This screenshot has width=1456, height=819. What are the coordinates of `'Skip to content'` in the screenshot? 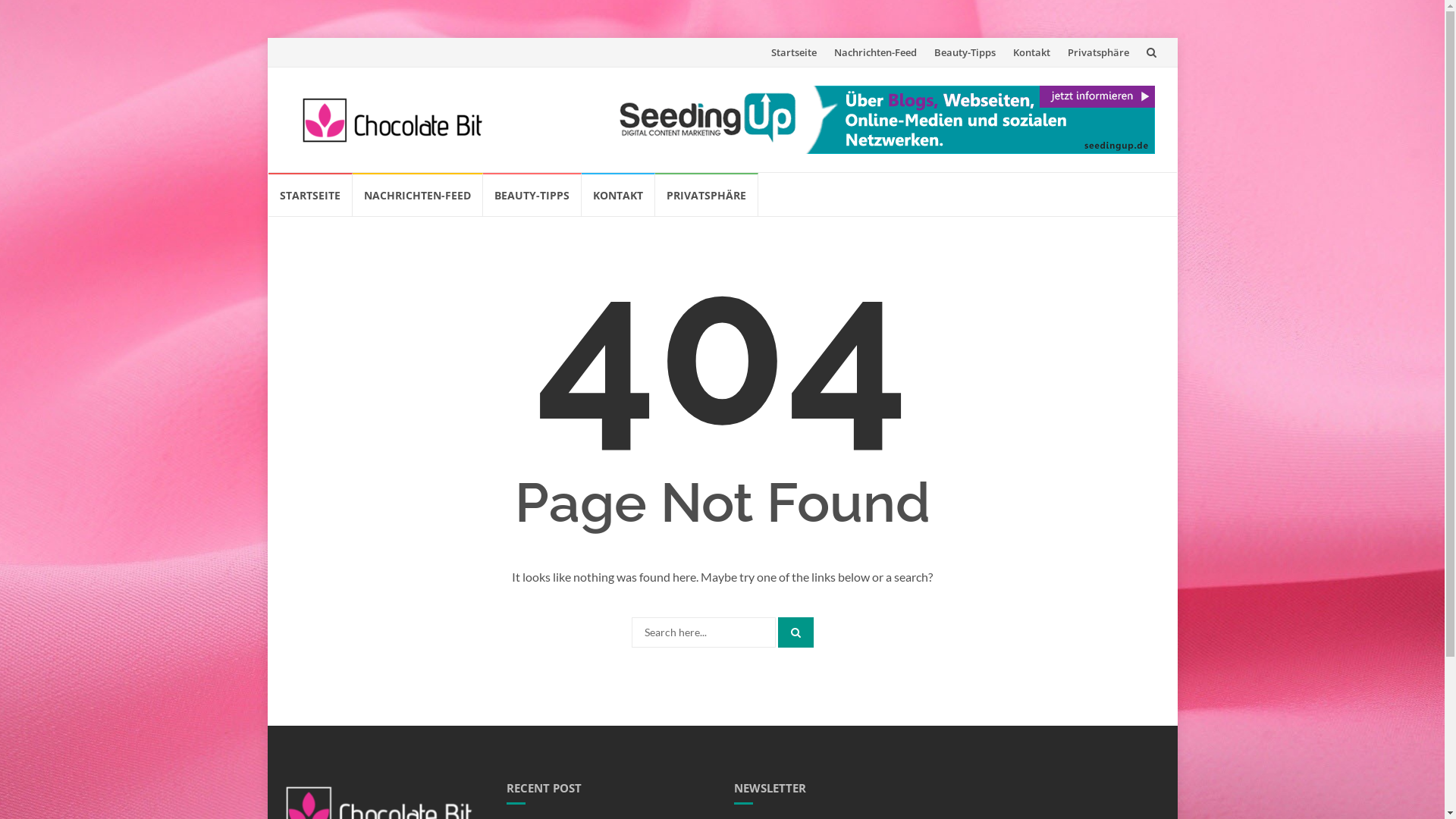 It's located at (267, 171).